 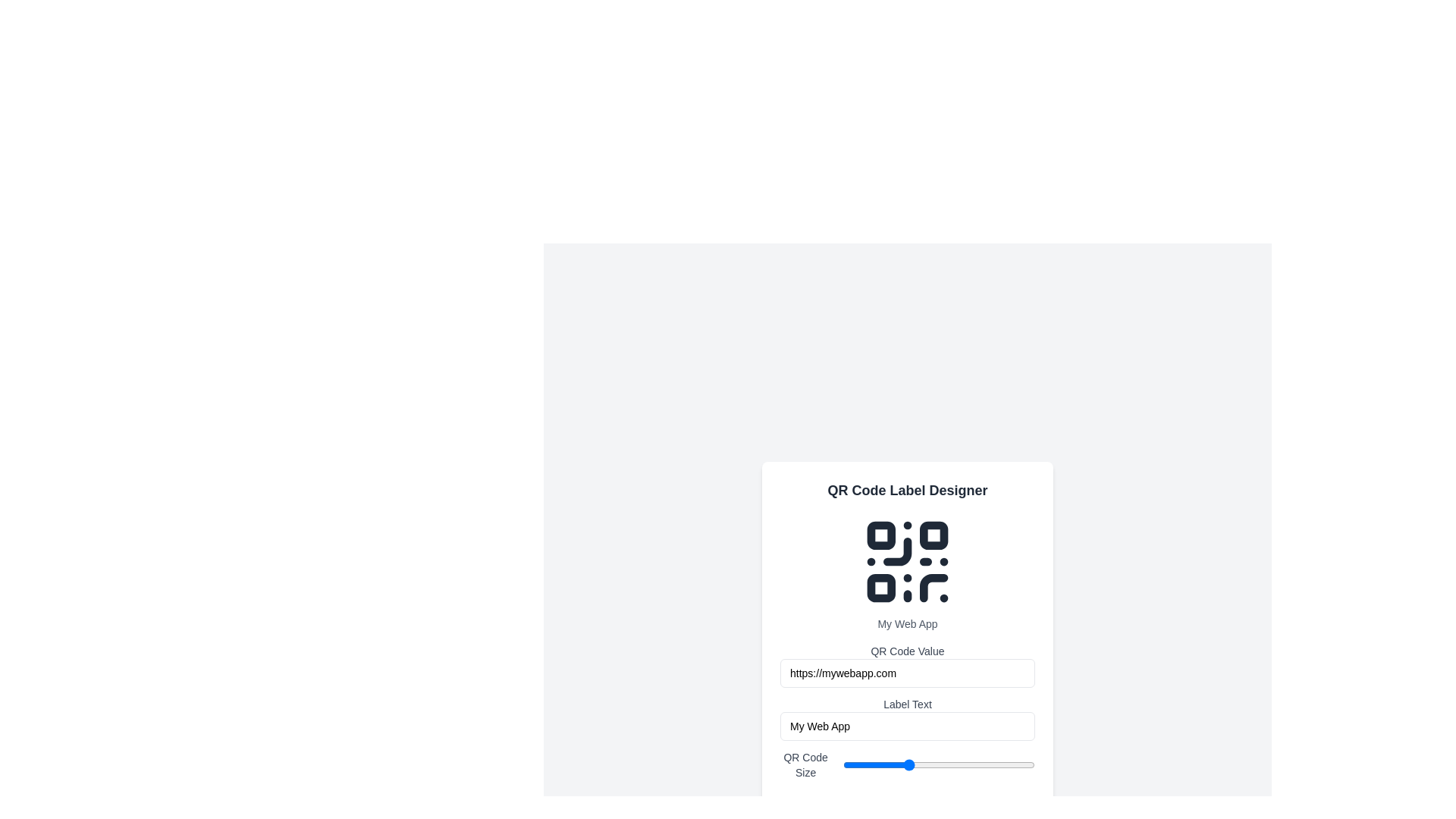 What do you see at coordinates (907, 704) in the screenshot?
I see `the 'Label Text' element, which is styled with a smaller font size and gray color, positioned below the 'QR Code Value' input field and above the 'My Web App' input field in the form layout` at bounding box center [907, 704].